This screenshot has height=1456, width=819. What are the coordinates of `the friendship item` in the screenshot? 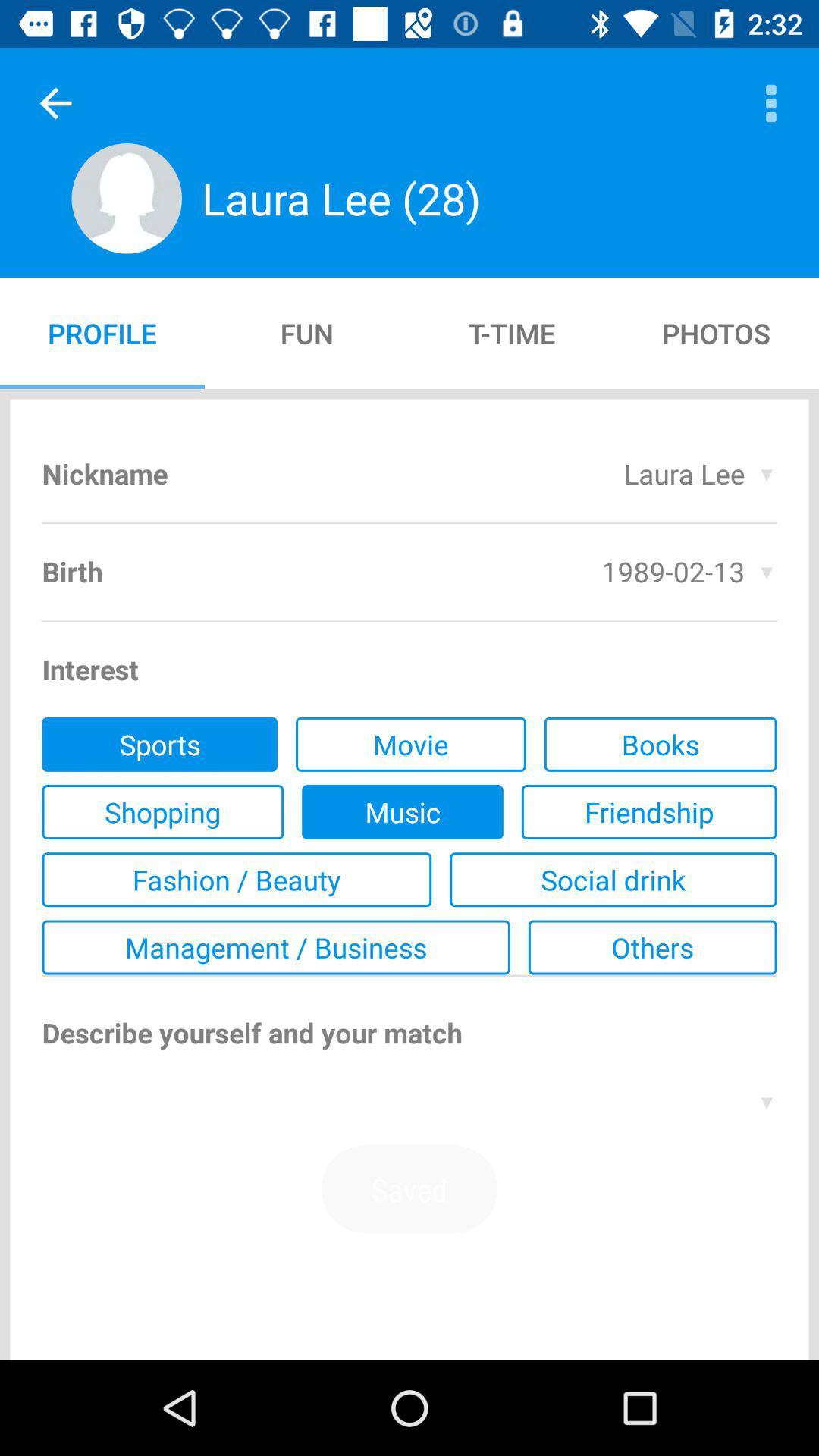 It's located at (648, 811).